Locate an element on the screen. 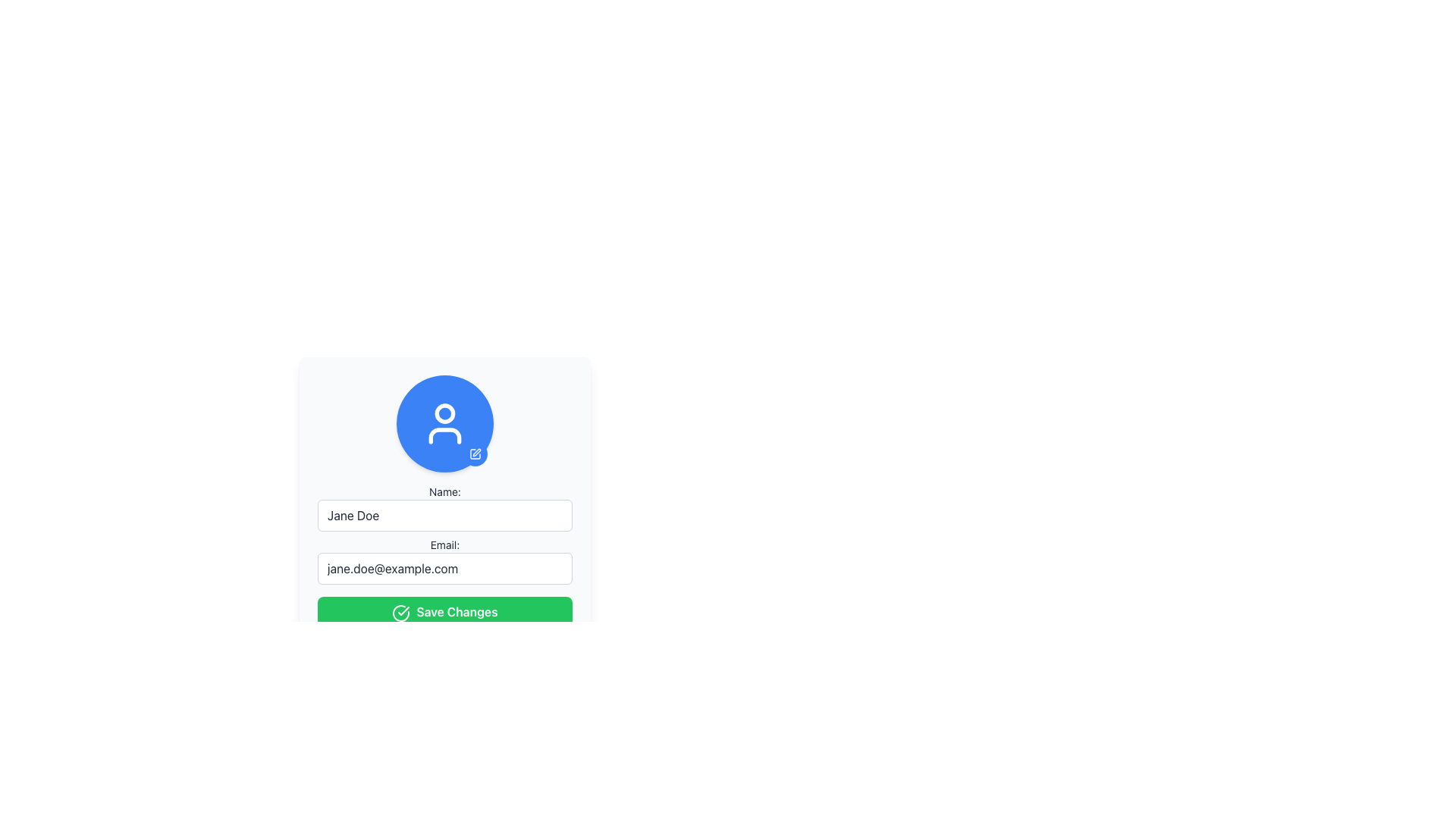 This screenshot has width=1456, height=819. the text label displaying 'Name:' which is positioned above the input field in the top-left part of the form is located at coordinates (444, 491).